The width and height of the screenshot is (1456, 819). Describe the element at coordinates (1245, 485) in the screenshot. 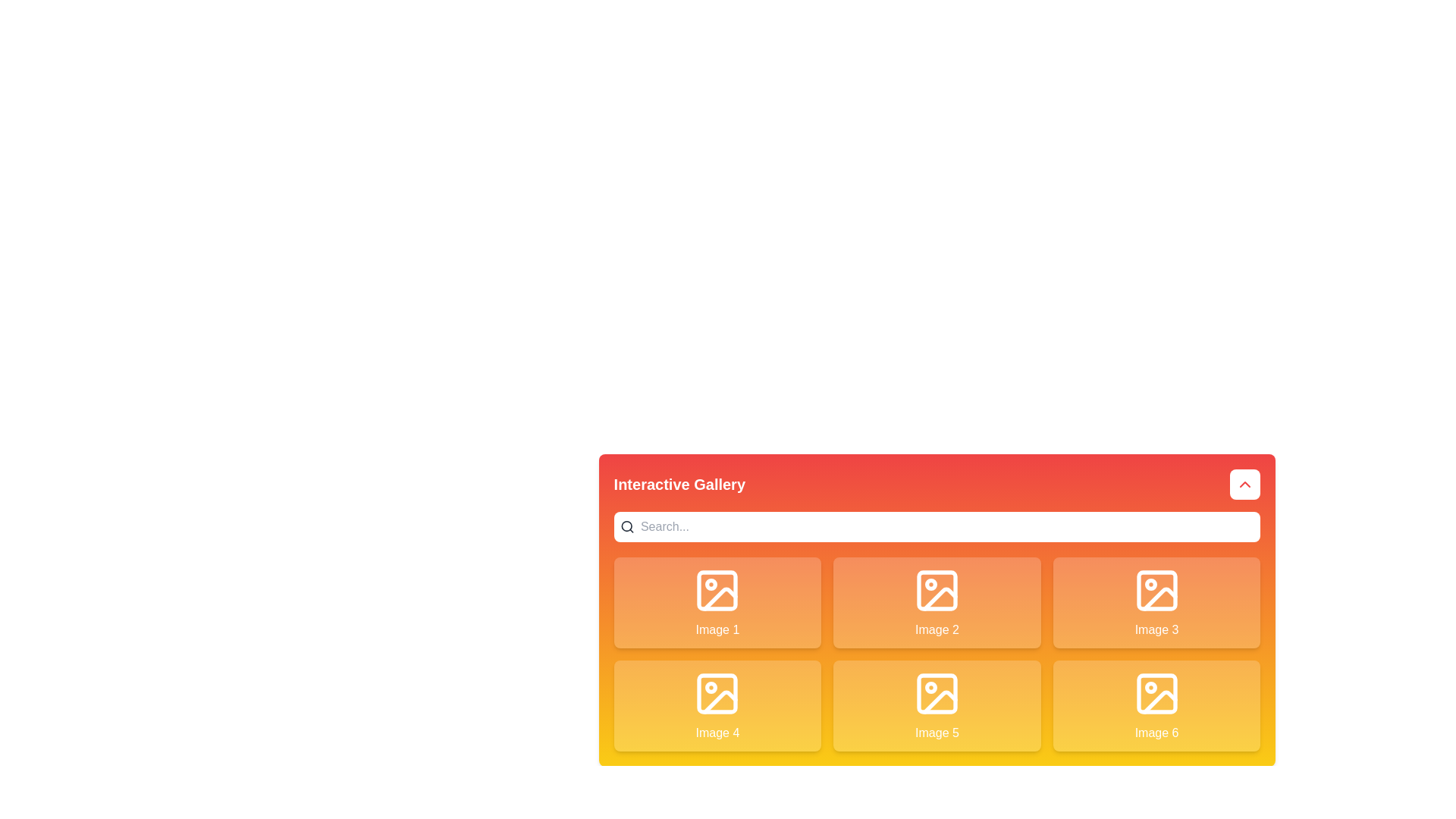

I see `the upward-pointing chevron icon located in the top-right corner of the interface` at that location.